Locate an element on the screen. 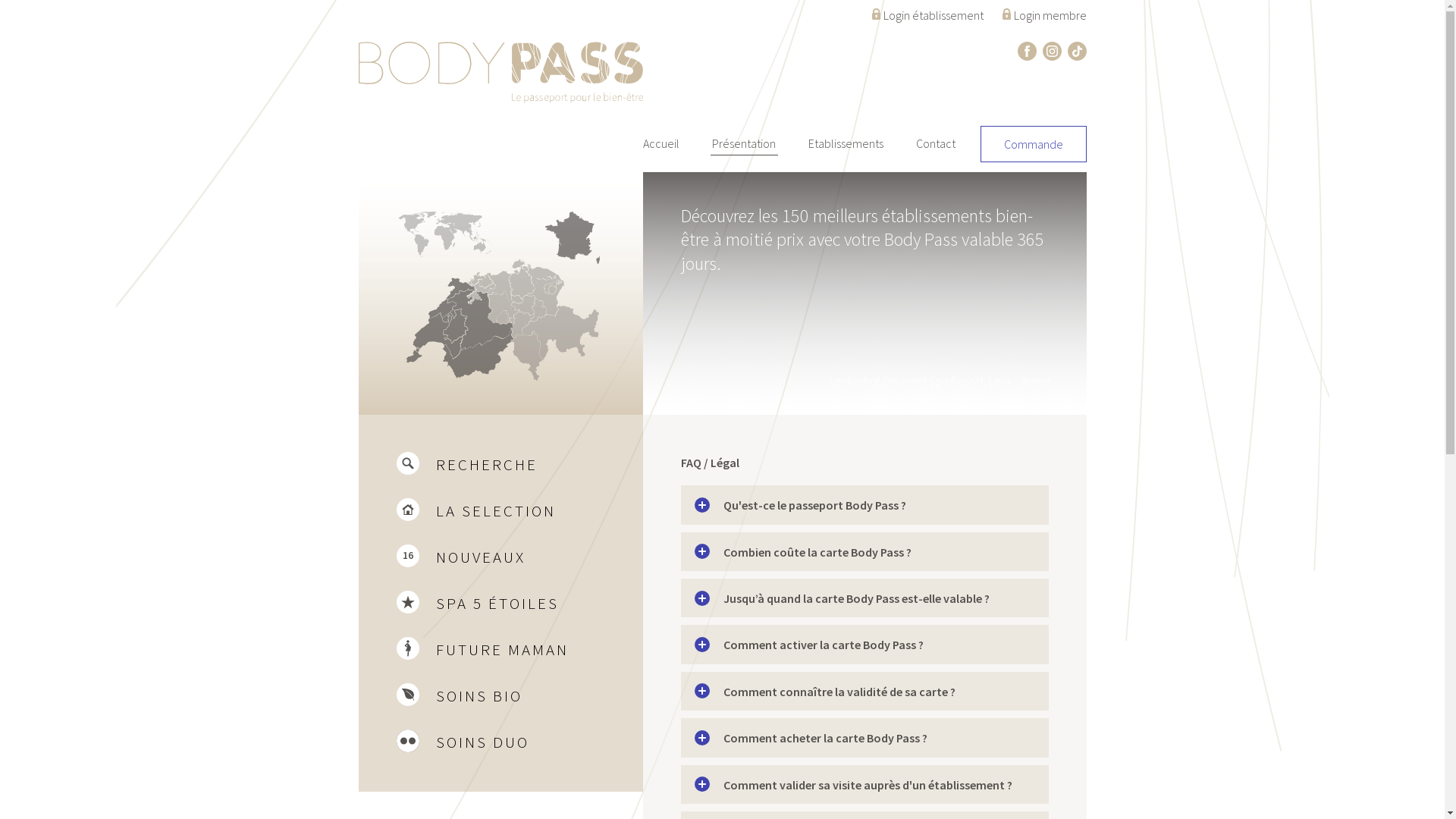 The height and width of the screenshot is (819, 1456). 'Contact' is located at coordinates (934, 143).